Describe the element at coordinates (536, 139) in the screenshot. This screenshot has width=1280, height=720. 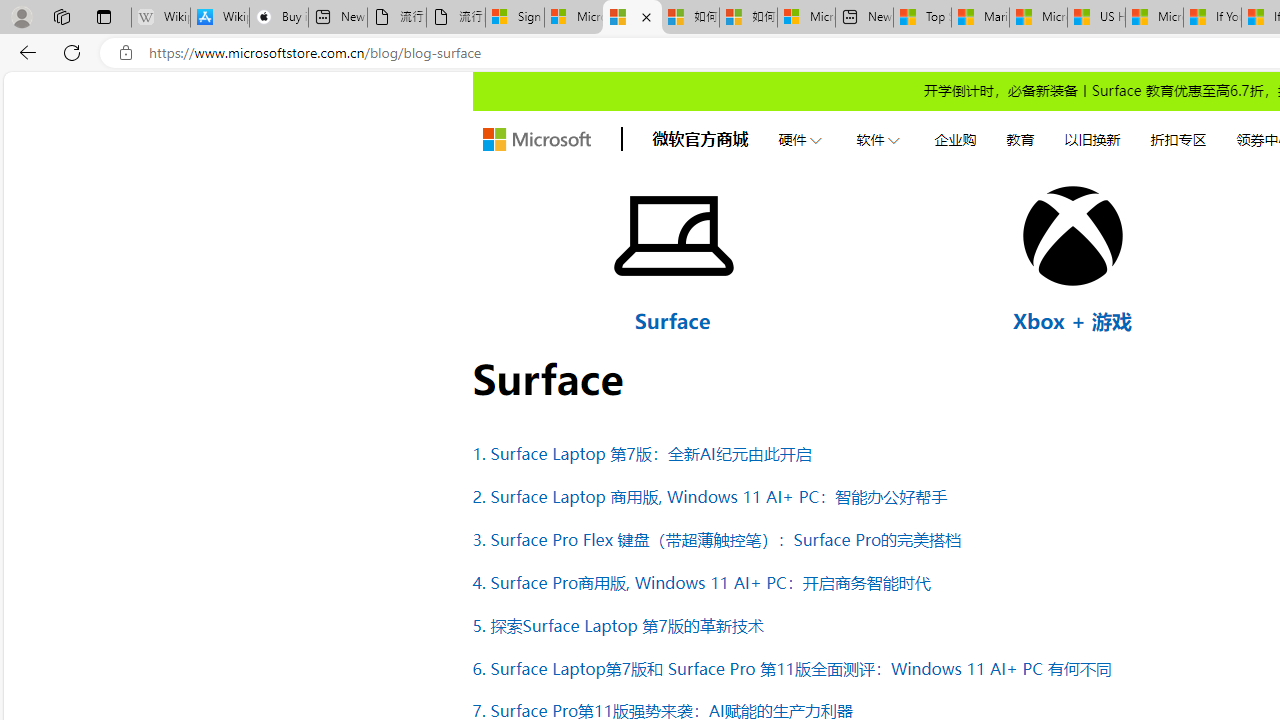
I see `'store logo'` at that location.